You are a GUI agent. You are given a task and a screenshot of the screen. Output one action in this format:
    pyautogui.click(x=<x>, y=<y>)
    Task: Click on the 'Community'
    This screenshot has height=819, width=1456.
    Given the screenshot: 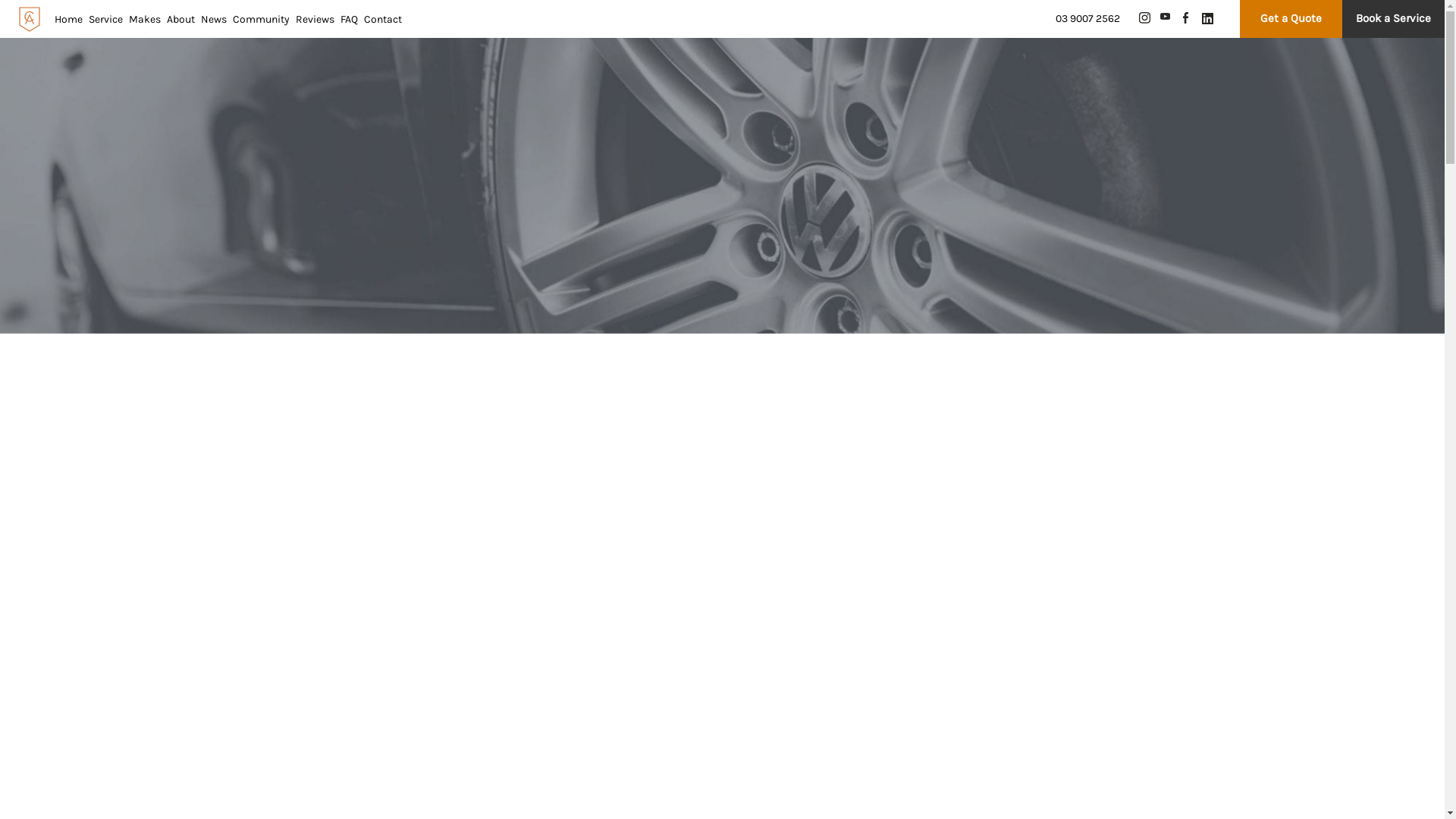 What is the action you would take?
    pyautogui.click(x=232, y=19)
    